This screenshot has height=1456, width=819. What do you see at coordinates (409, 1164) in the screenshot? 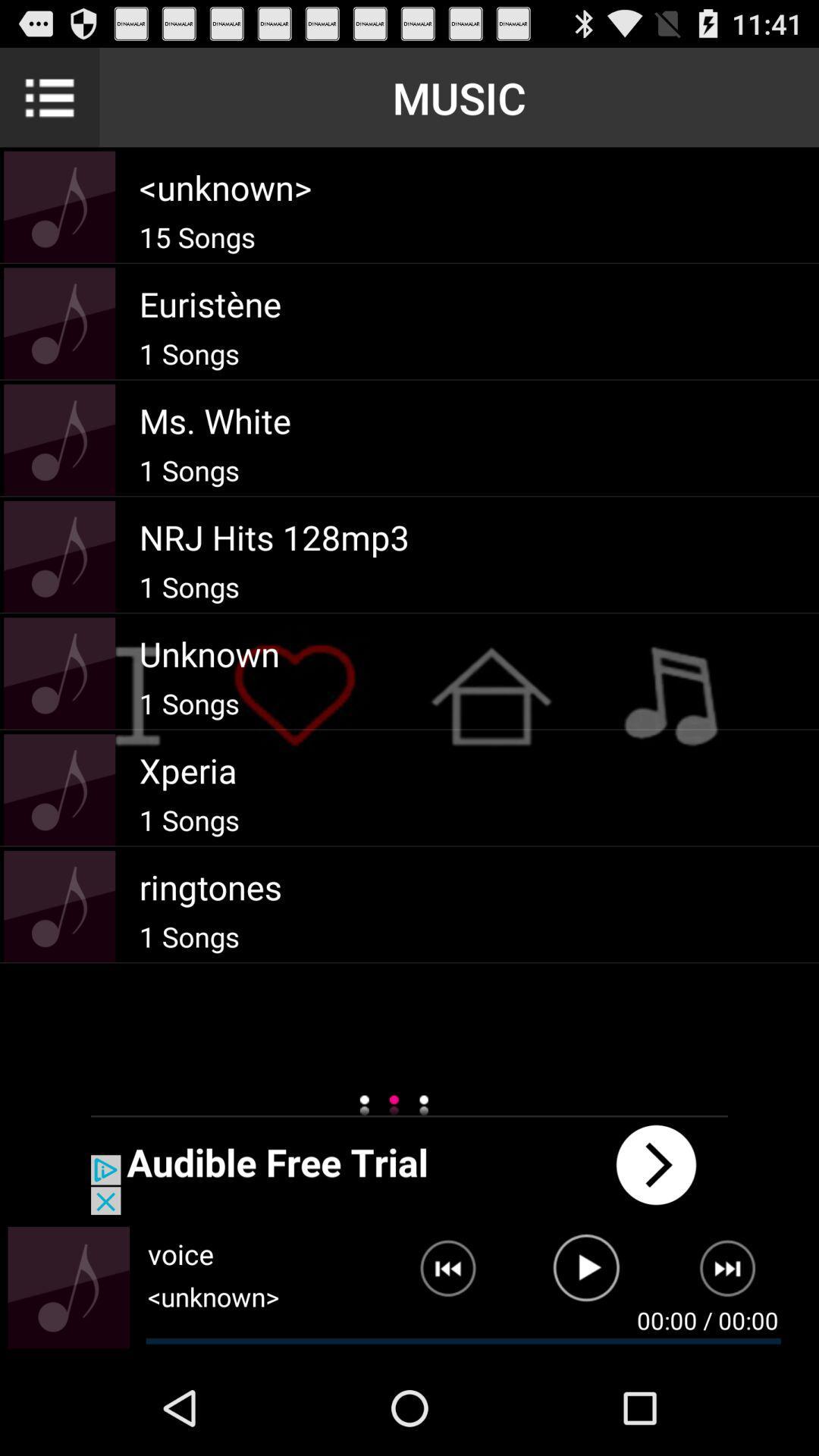
I see `next button` at bounding box center [409, 1164].